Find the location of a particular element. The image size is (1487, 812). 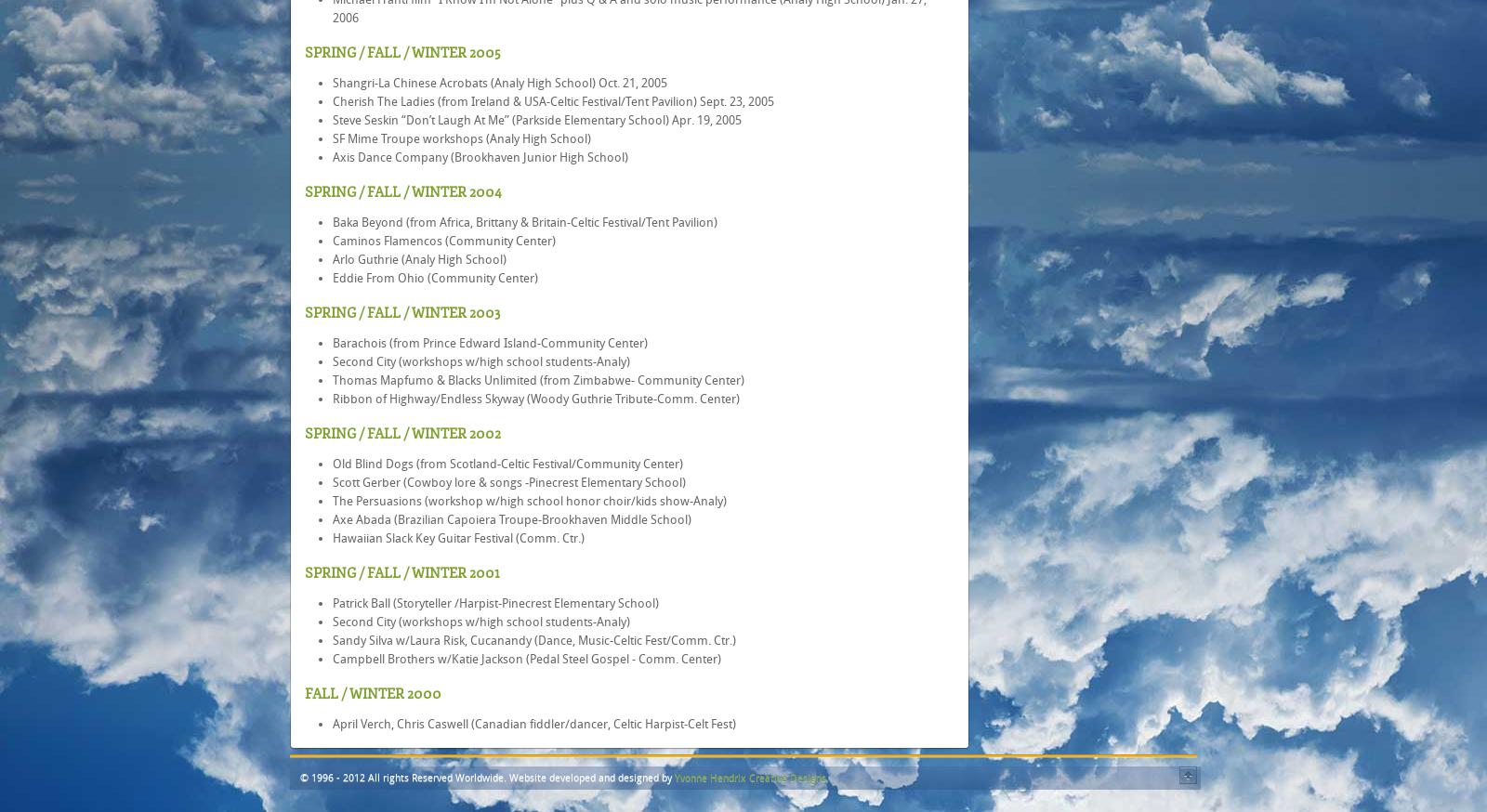

'Axe Abada (Brazilian Capoiera Troupe-Brookhaven Middle School)' is located at coordinates (333, 519).